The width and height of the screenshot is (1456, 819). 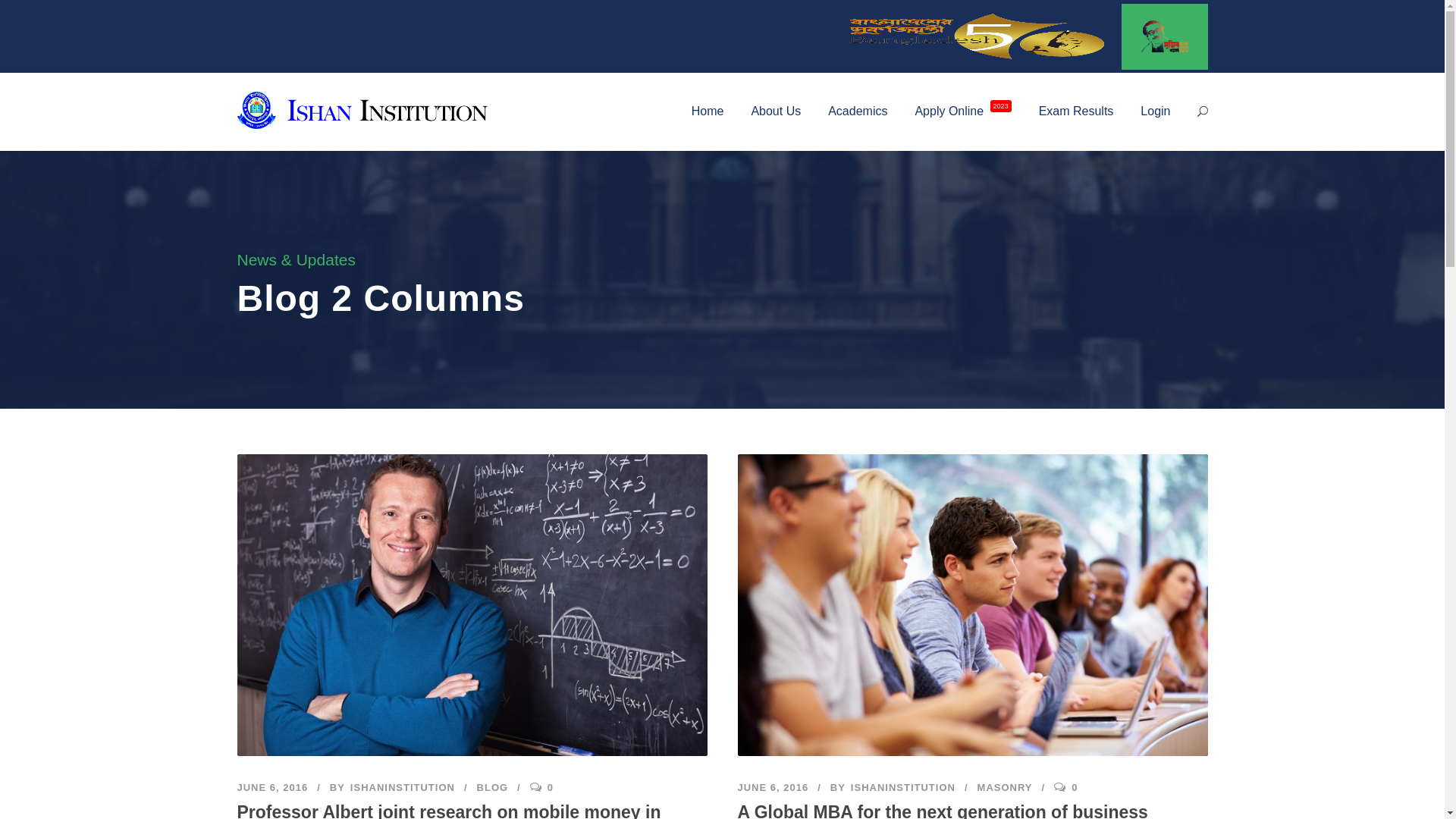 I want to click on 'Exam Results', so click(x=1075, y=123).